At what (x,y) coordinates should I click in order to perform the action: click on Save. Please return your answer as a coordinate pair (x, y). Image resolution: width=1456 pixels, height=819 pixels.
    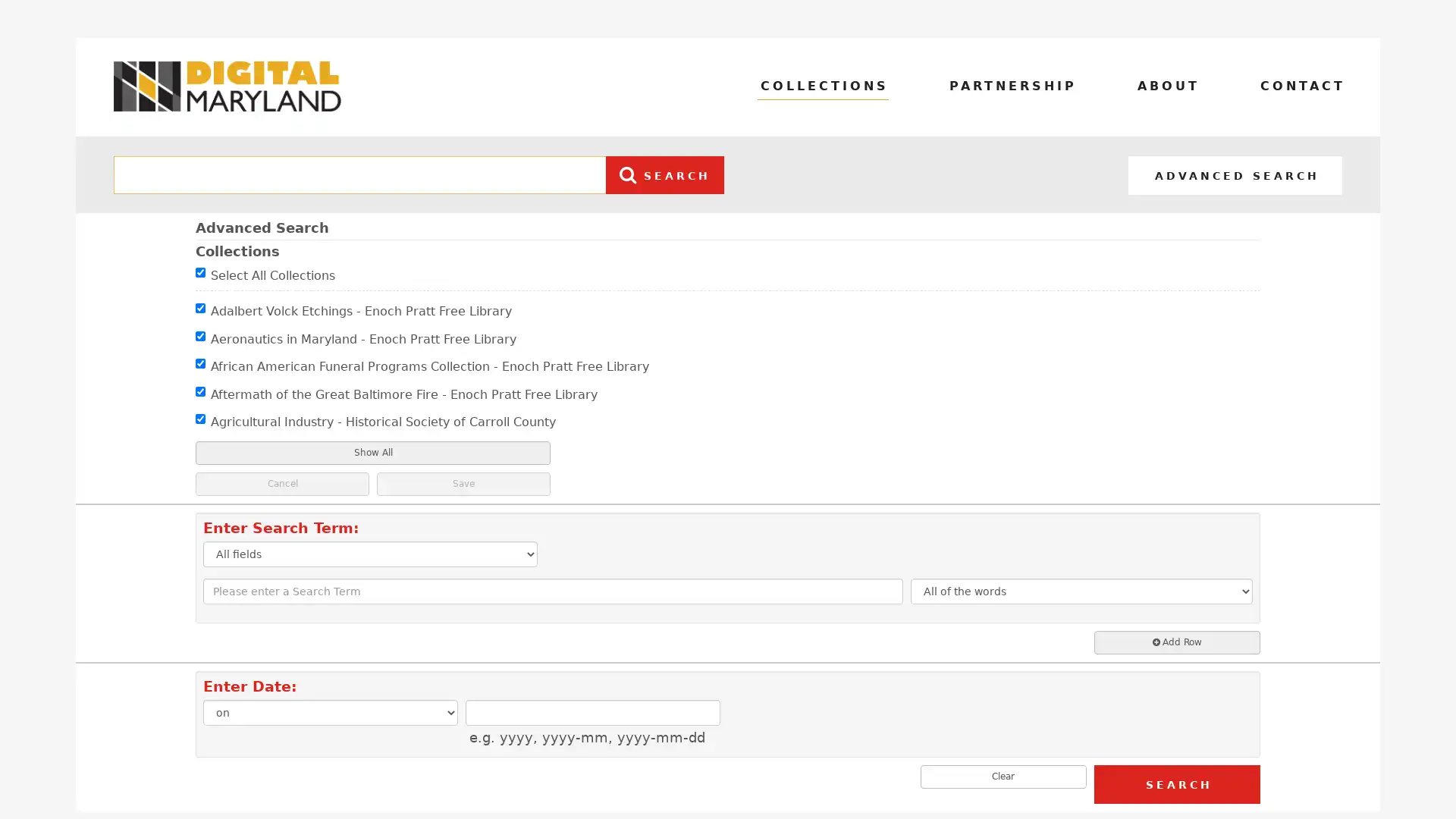
    Looking at the image, I should click on (463, 483).